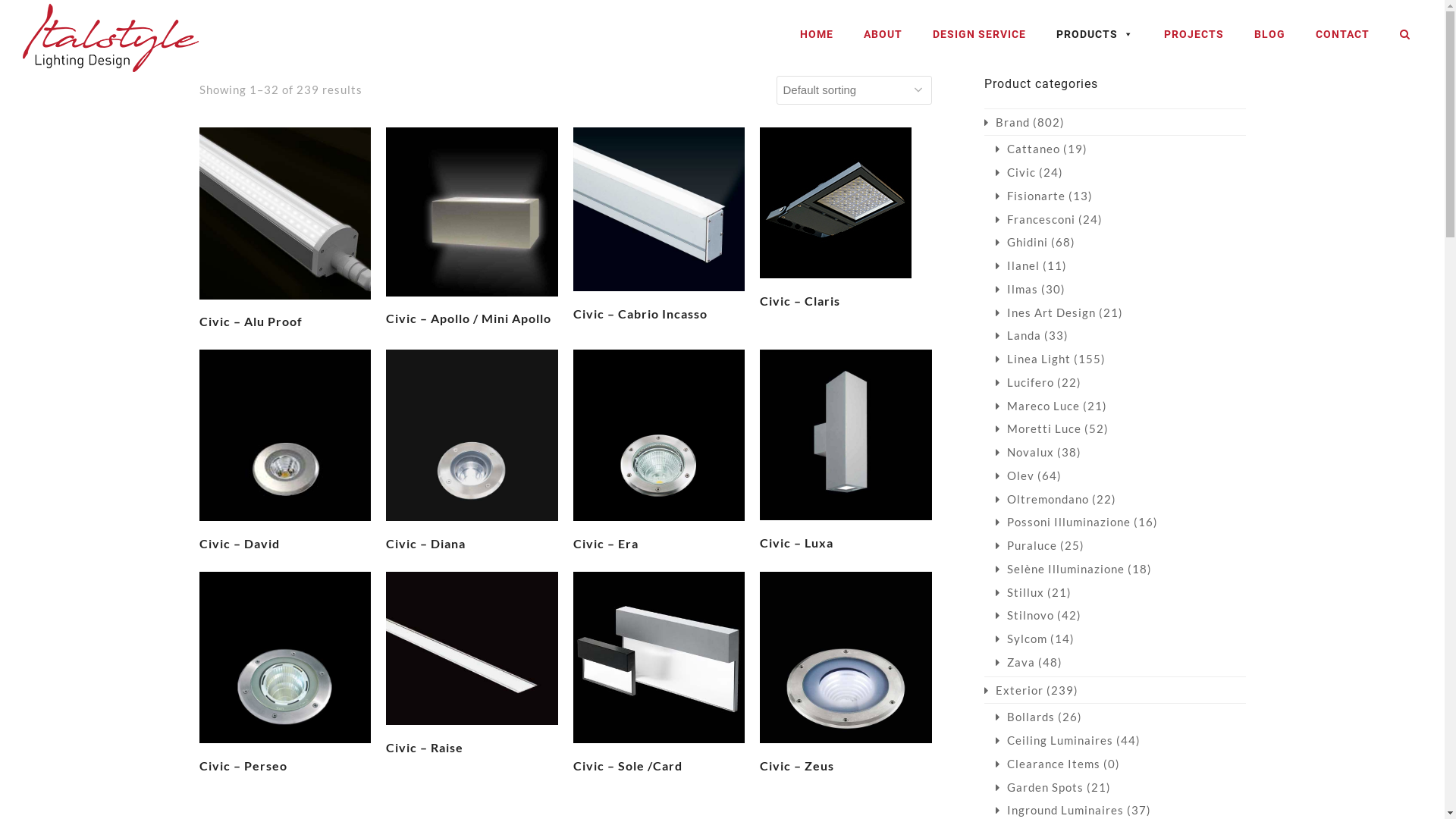 This screenshot has height=819, width=1456. Describe the element at coordinates (1015, 289) in the screenshot. I see `'Ilmas'` at that location.